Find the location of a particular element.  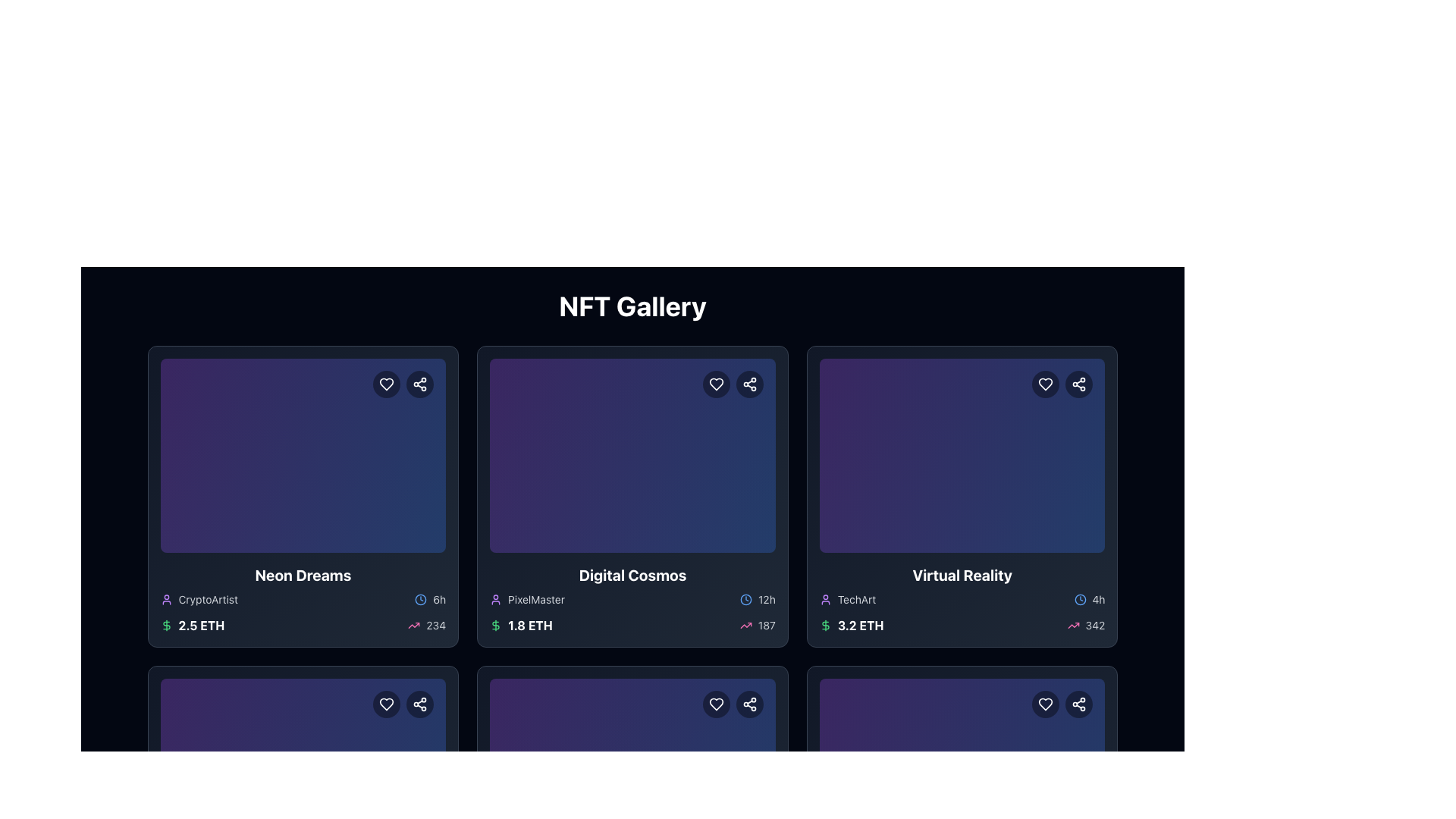

time-related value displayed in the Text label that shows '6 hours,' located immediately to the right of the clock icon under the 'Neon Dreams' card is located at coordinates (438, 598).